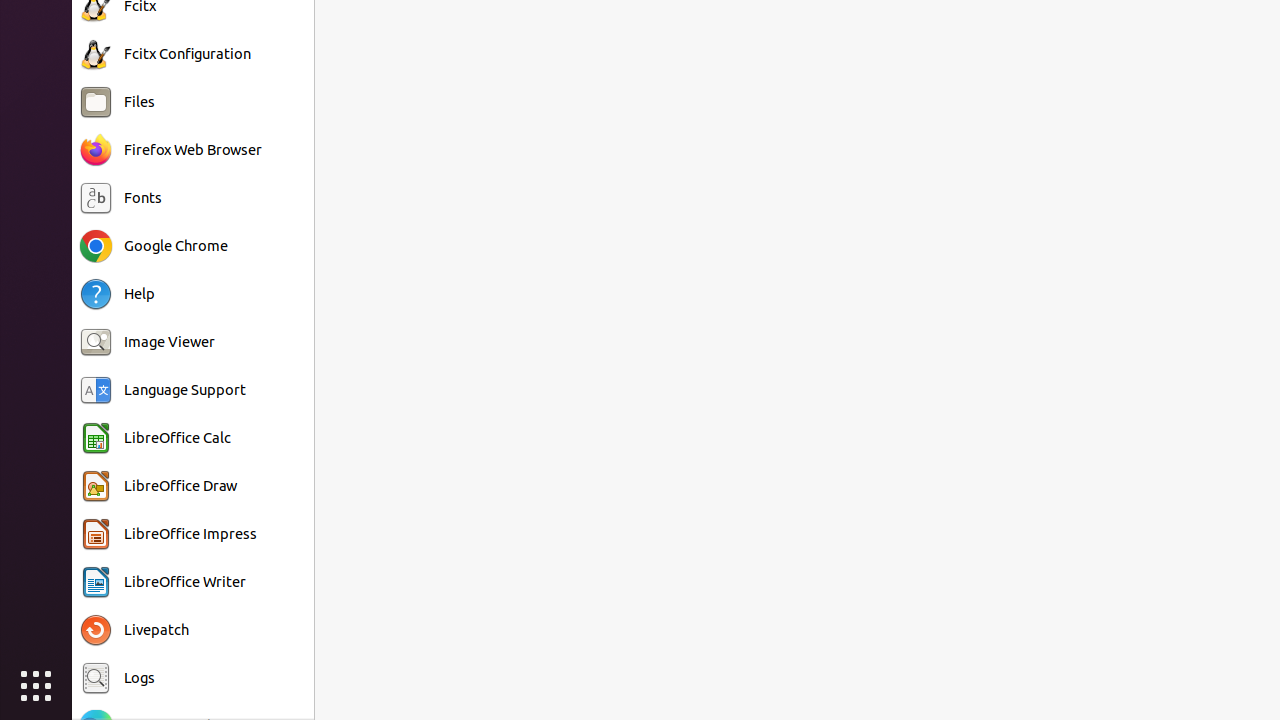 Image resolution: width=1280 pixels, height=720 pixels. Describe the element at coordinates (155, 630) in the screenshot. I see `'Livepatch'` at that location.